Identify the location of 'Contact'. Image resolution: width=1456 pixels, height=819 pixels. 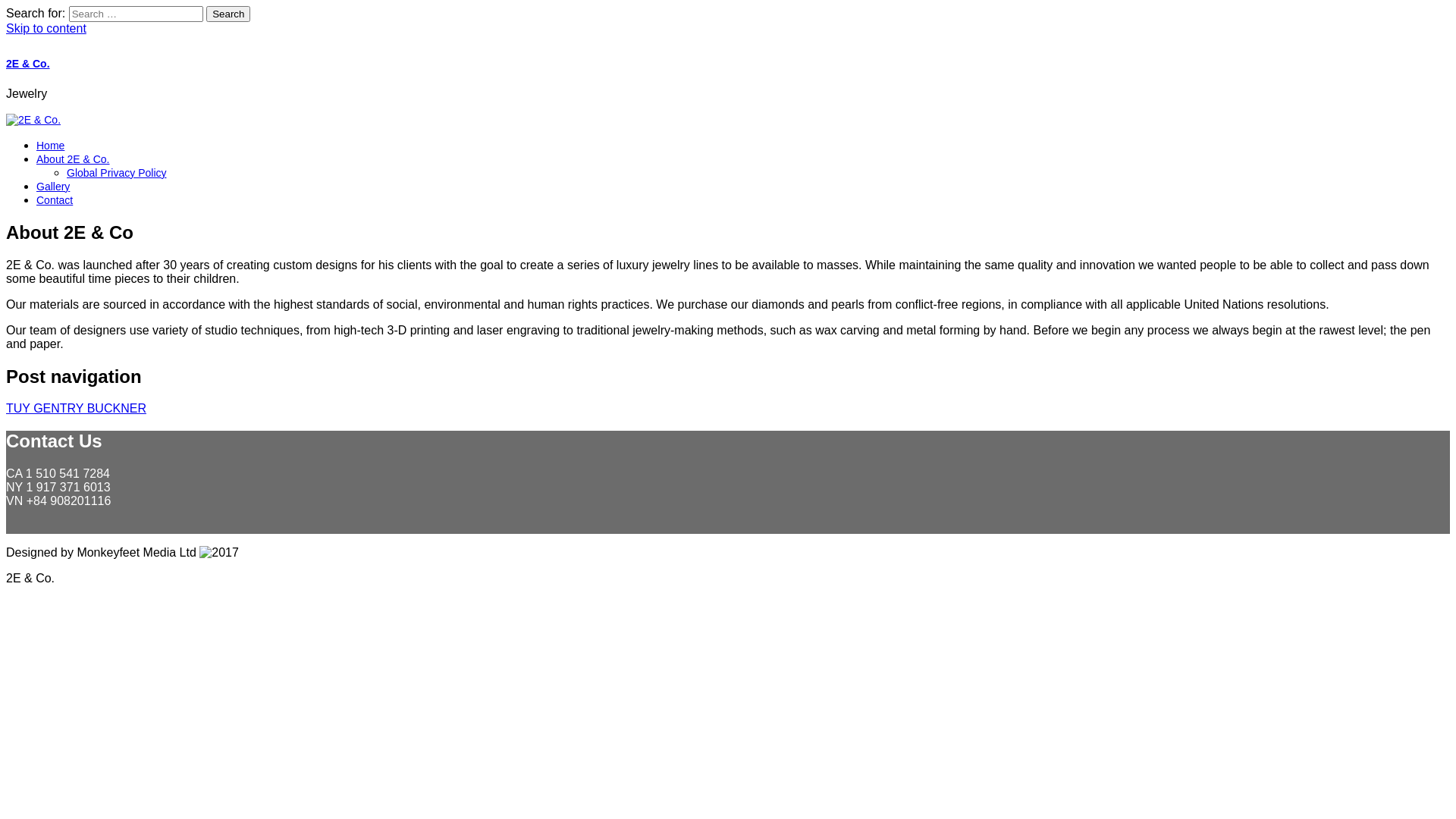
(55, 199).